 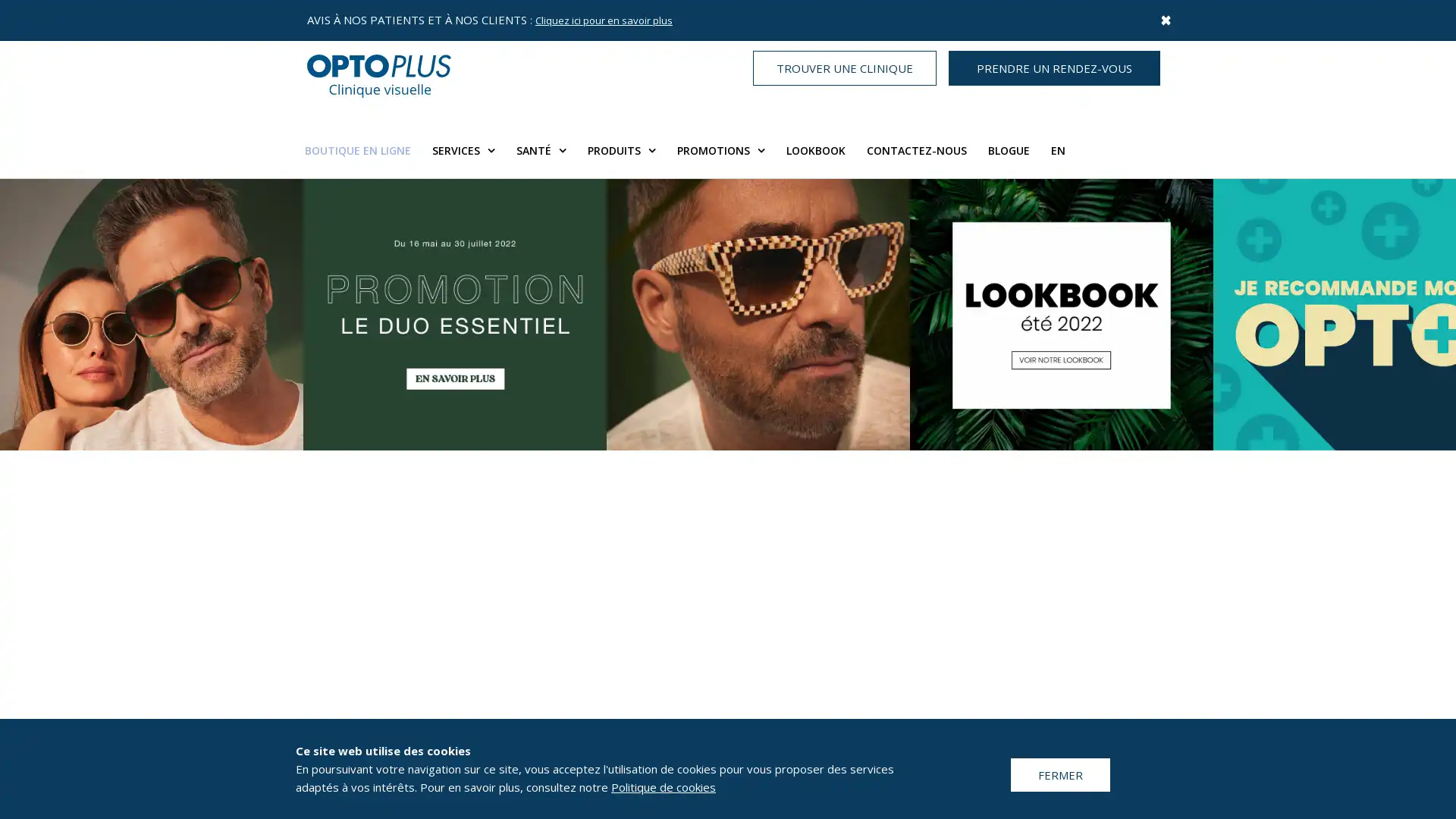 I want to click on PRENDRE UN RENDEZ-VOUS, so click(x=1053, y=67).